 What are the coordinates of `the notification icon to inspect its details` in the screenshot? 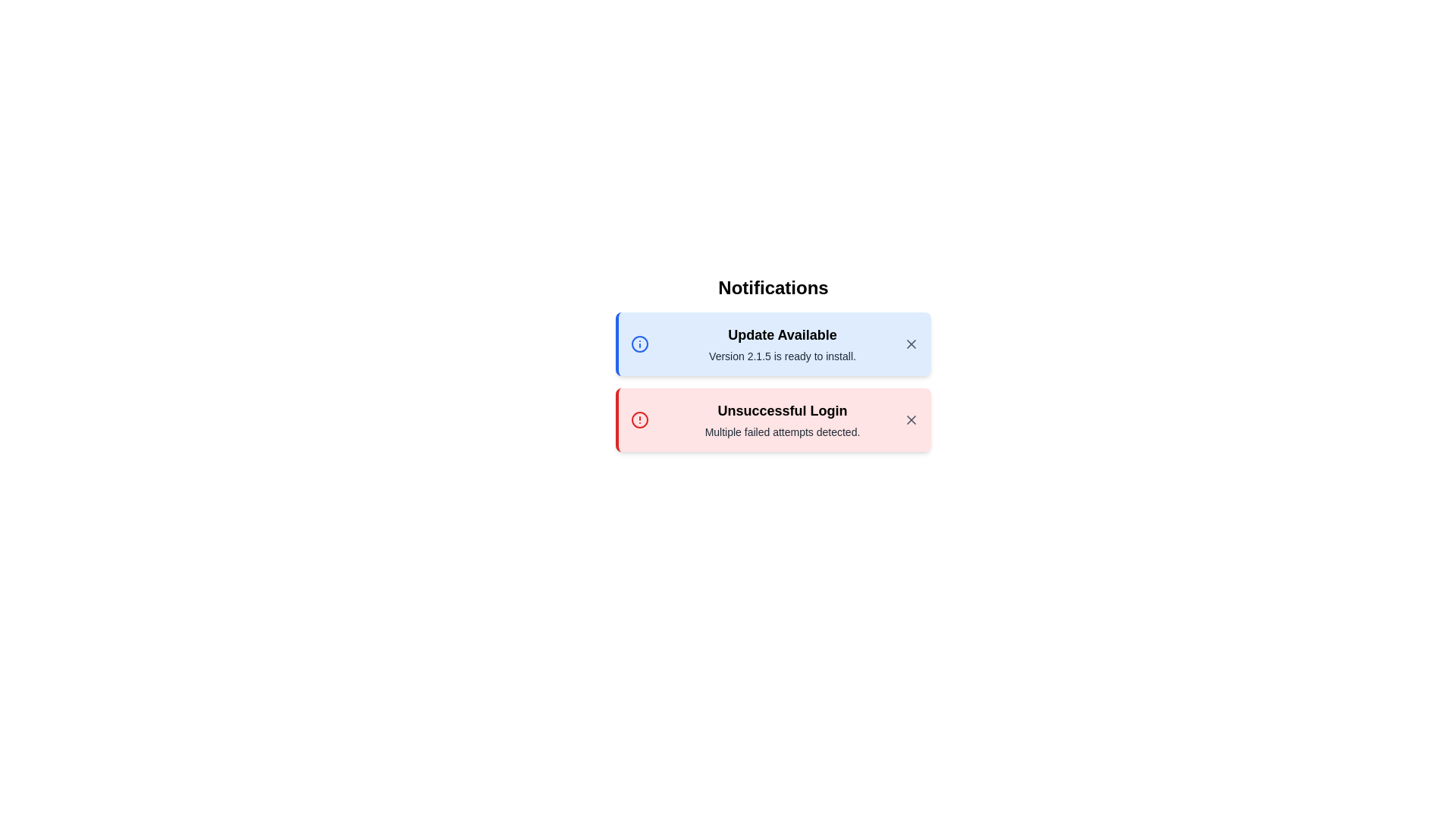 It's located at (640, 344).